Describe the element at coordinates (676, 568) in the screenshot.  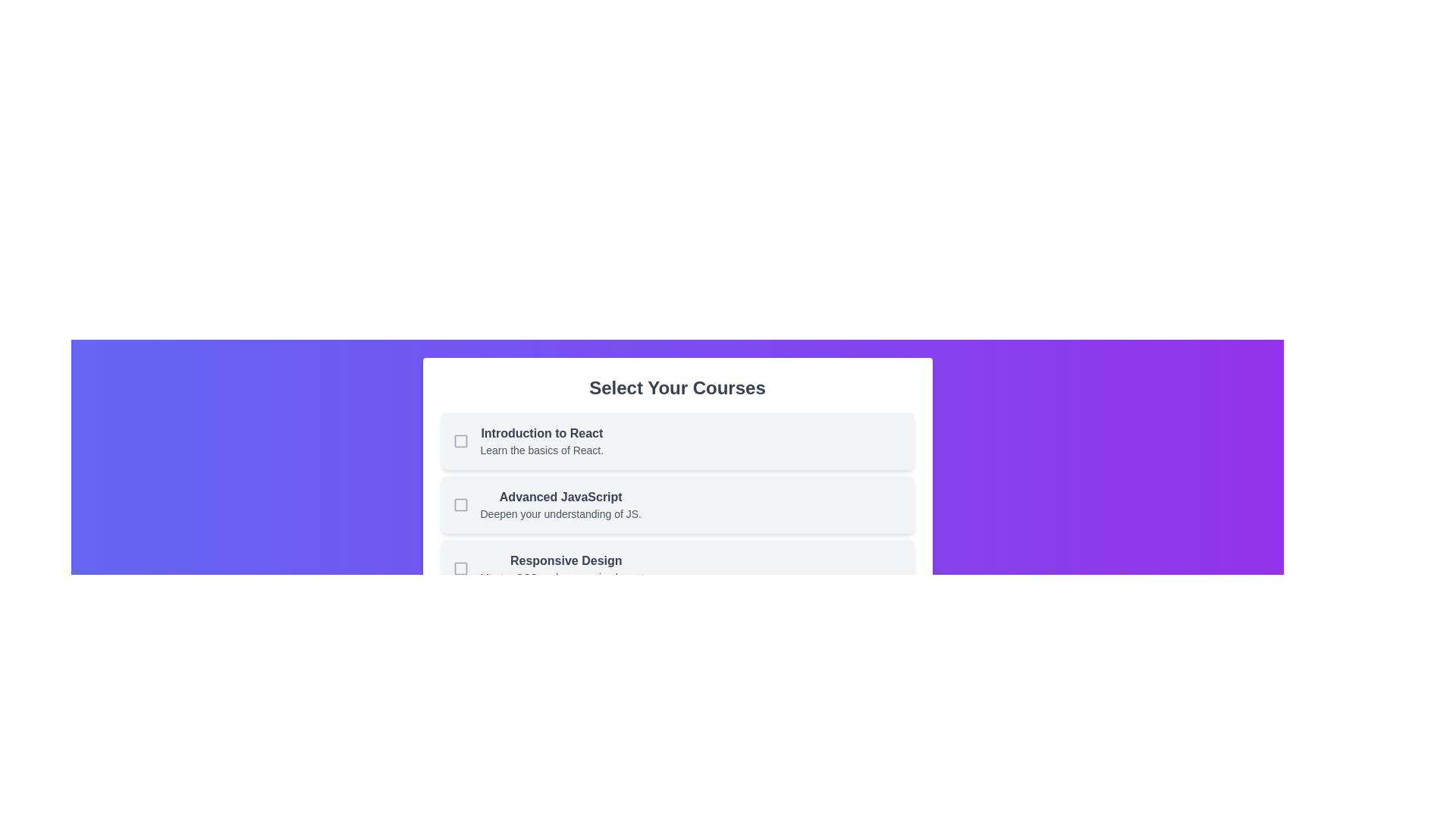
I see `the course item Responsive Design to observe its hover effect` at that location.